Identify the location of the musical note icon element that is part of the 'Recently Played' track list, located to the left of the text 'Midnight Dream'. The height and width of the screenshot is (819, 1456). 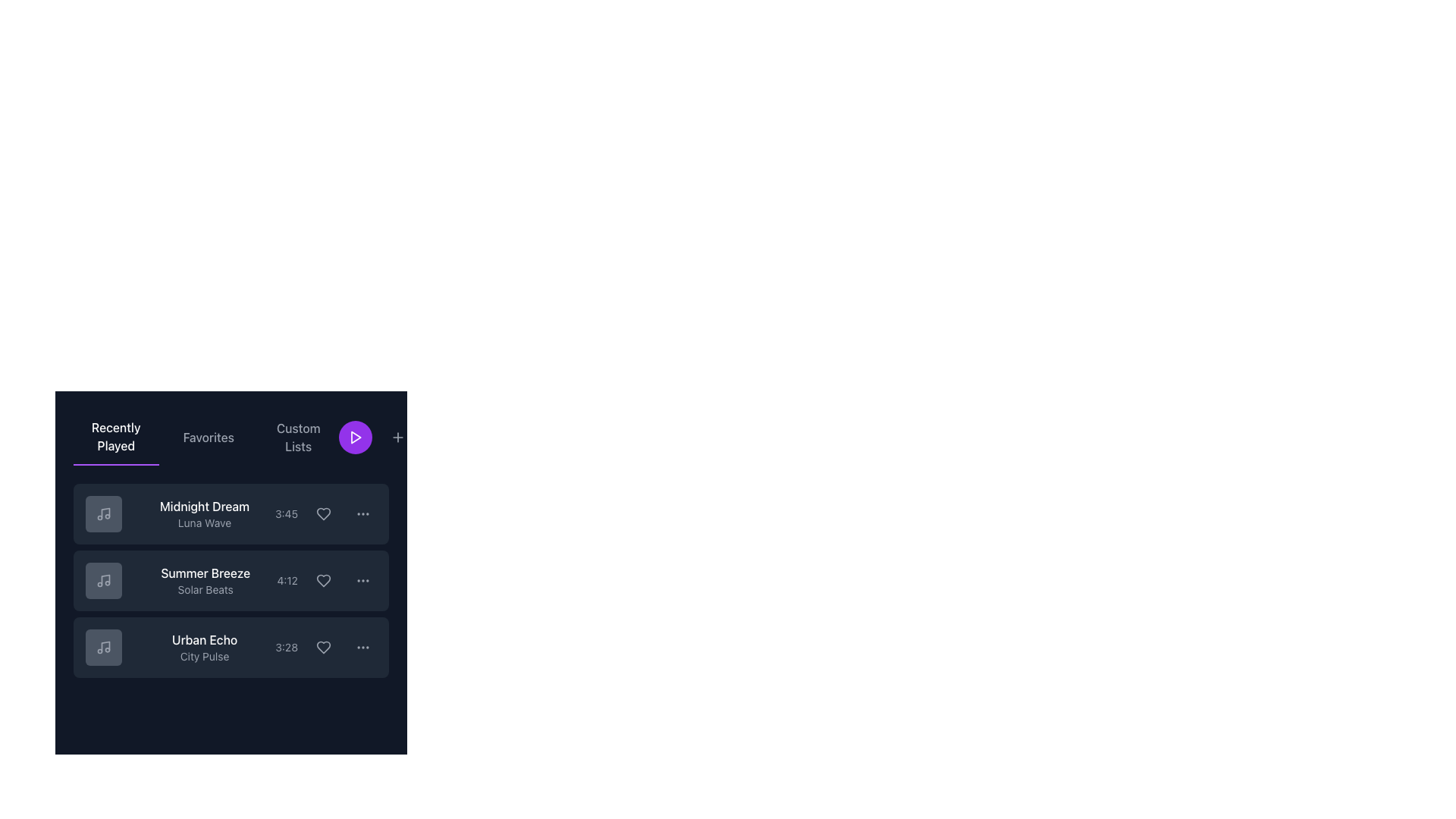
(105, 512).